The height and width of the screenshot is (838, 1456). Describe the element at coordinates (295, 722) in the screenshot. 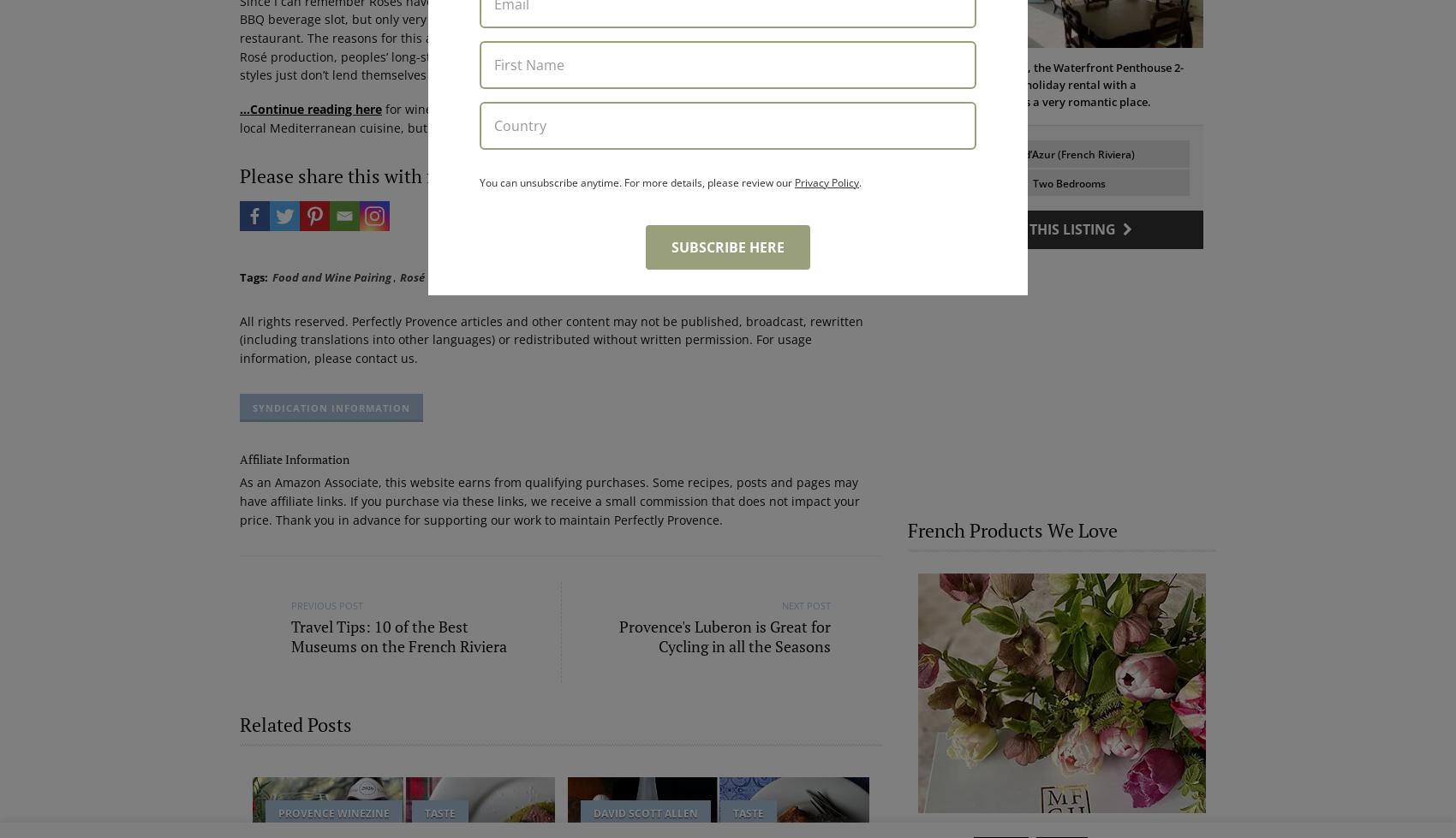

I see `'Related Posts'` at that location.